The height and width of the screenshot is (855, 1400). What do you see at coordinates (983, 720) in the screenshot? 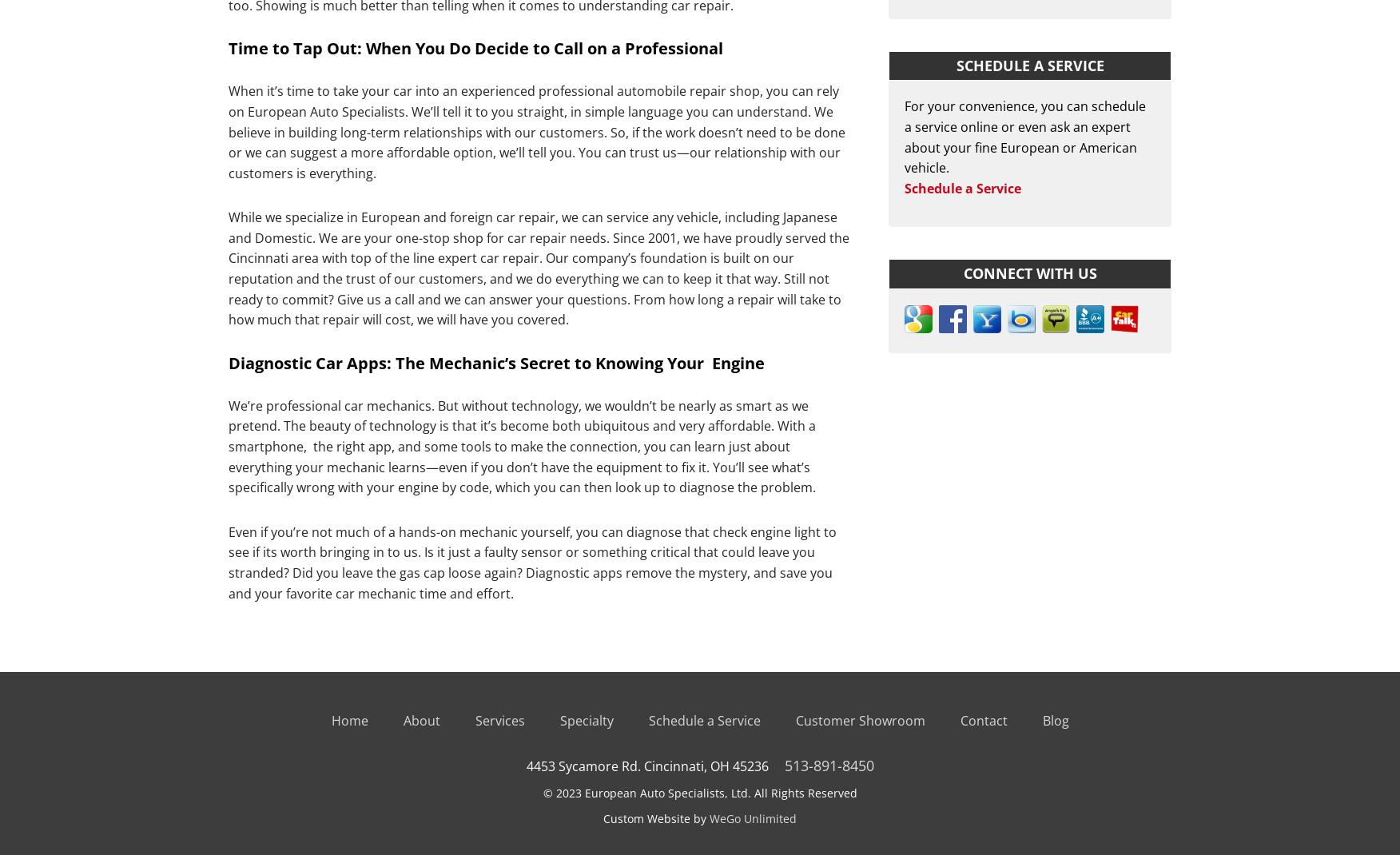
I see `'Contact'` at bounding box center [983, 720].